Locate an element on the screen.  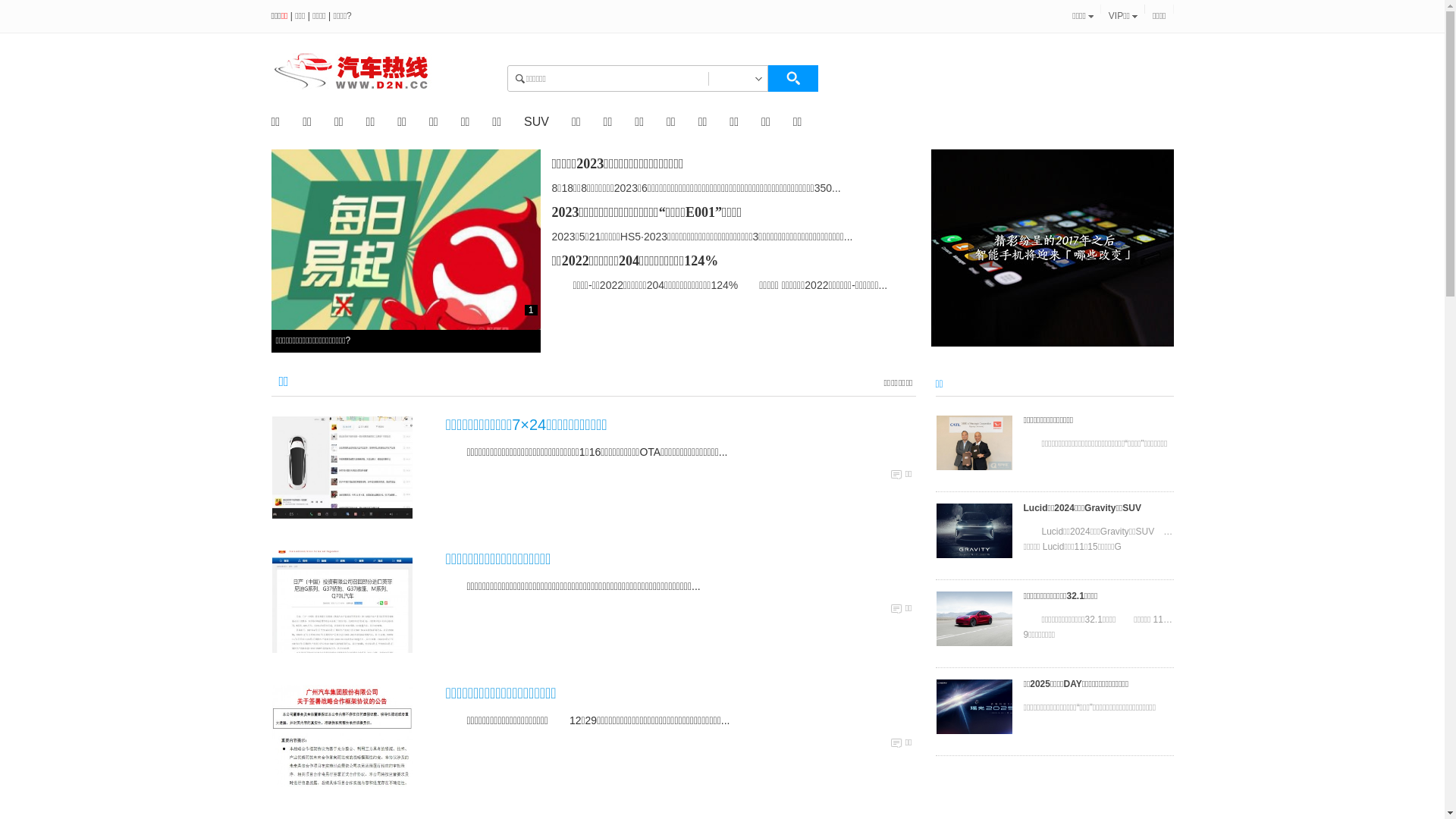
'SUV' is located at coordinates (536, 121).